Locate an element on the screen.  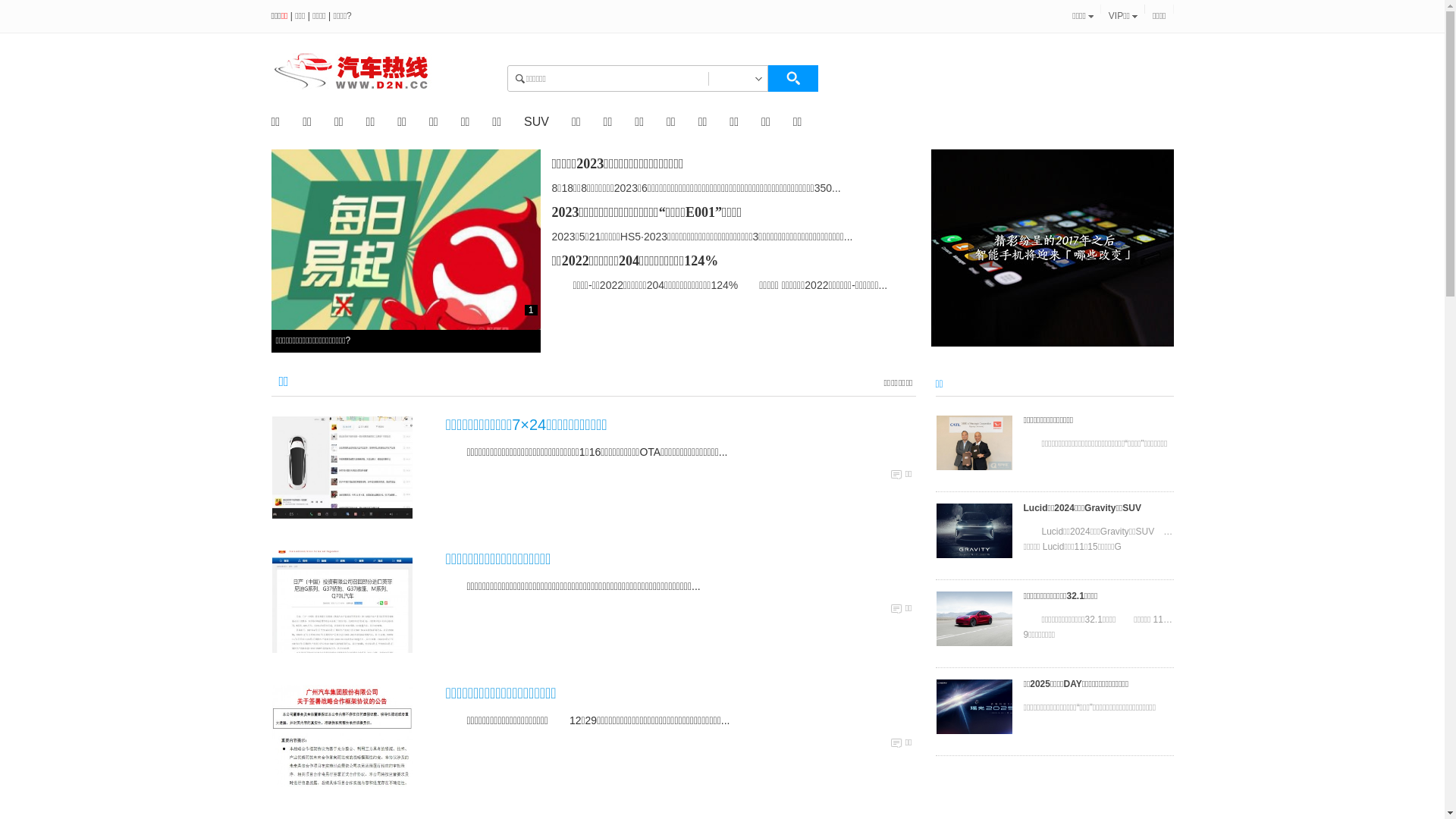
'SUV' is located at coordinates (536, 121).